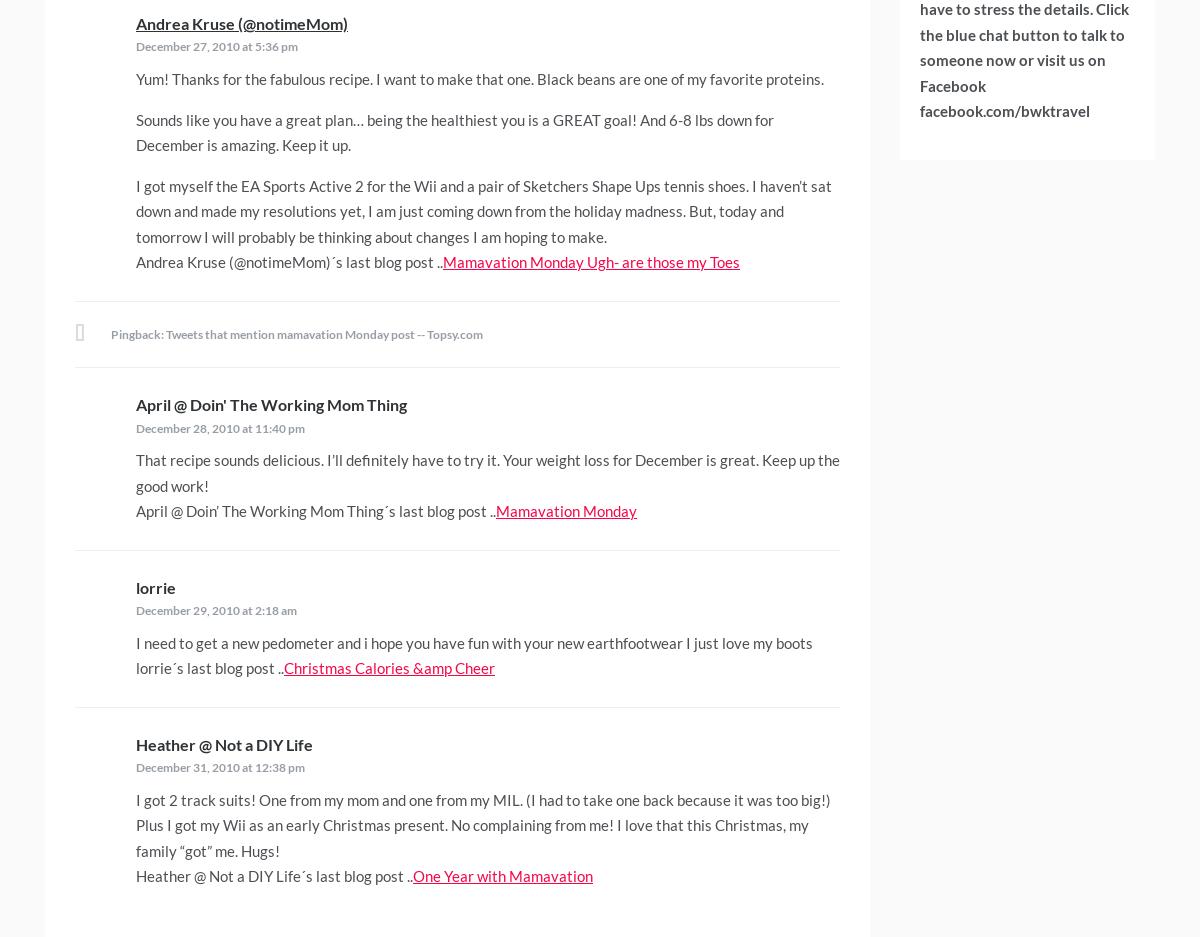  Describe the element at coordinates (135, 642) in the screenshot. I see `'I need to get a new pedometer and i hope you have fun with your new earthfootwear I just love my boots'` at that location.